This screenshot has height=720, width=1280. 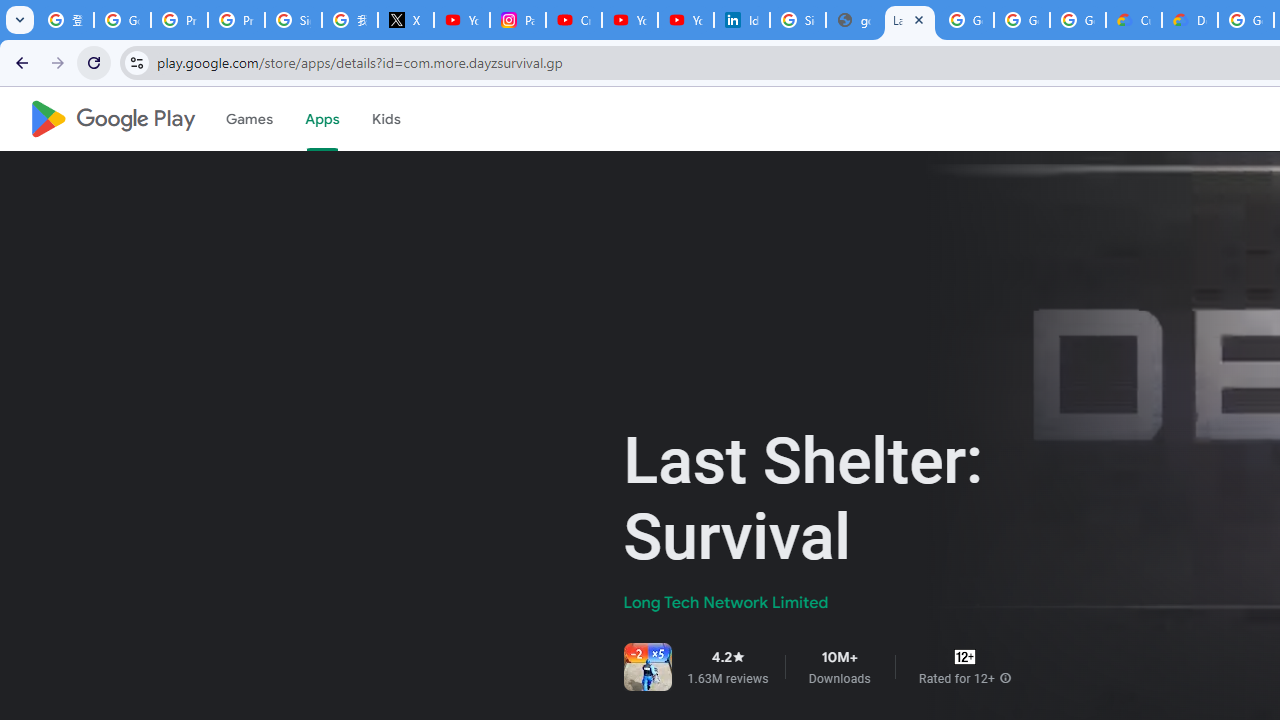 I want to click on 'Kids', so click(x=385, y=119).